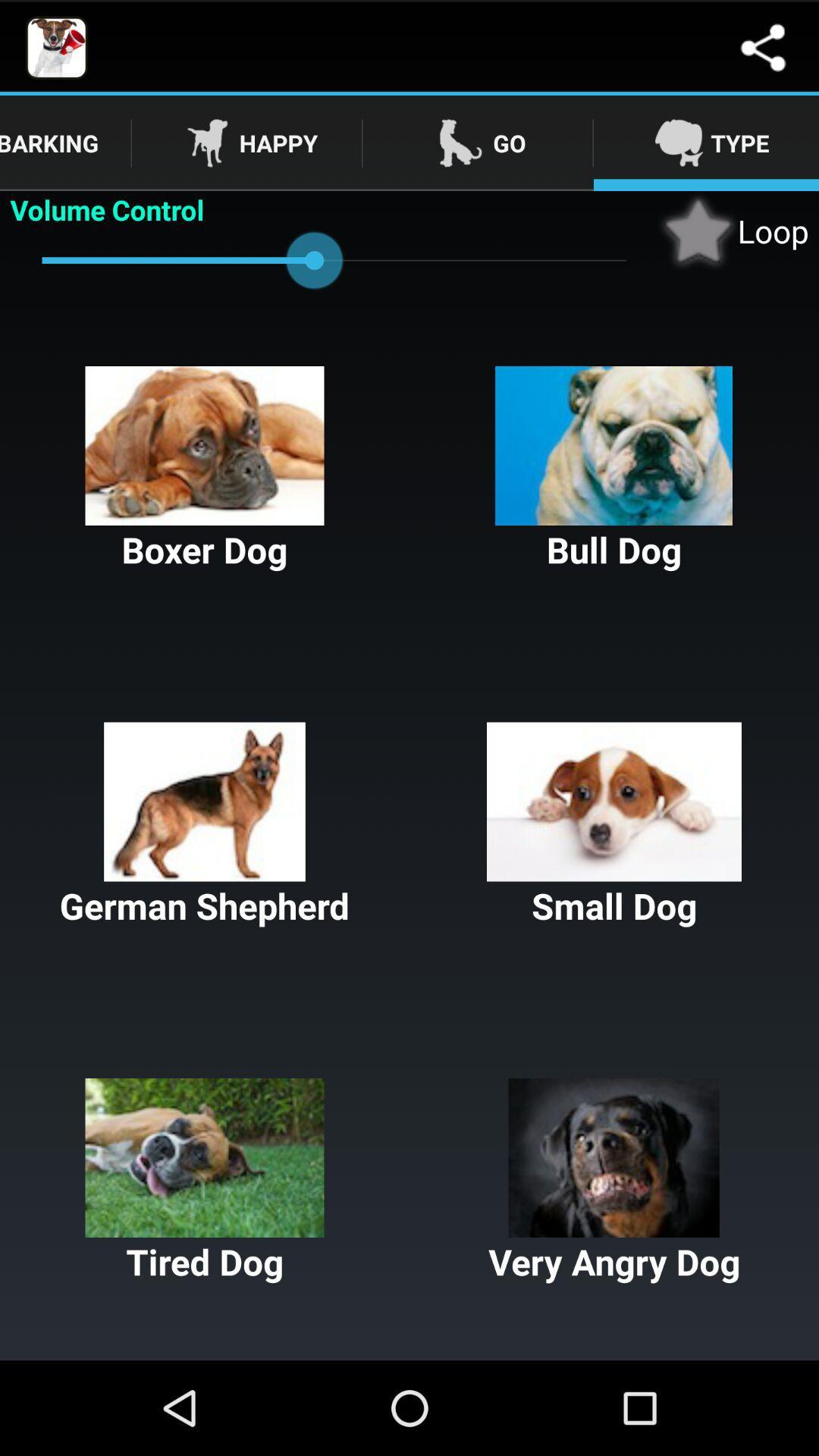 Image resolution: width=819 pixels, height=1456 pixels. What do you see at coordinates (614, 825) in the screenshot?
I see `small dog` at bounding box center [614, 825].